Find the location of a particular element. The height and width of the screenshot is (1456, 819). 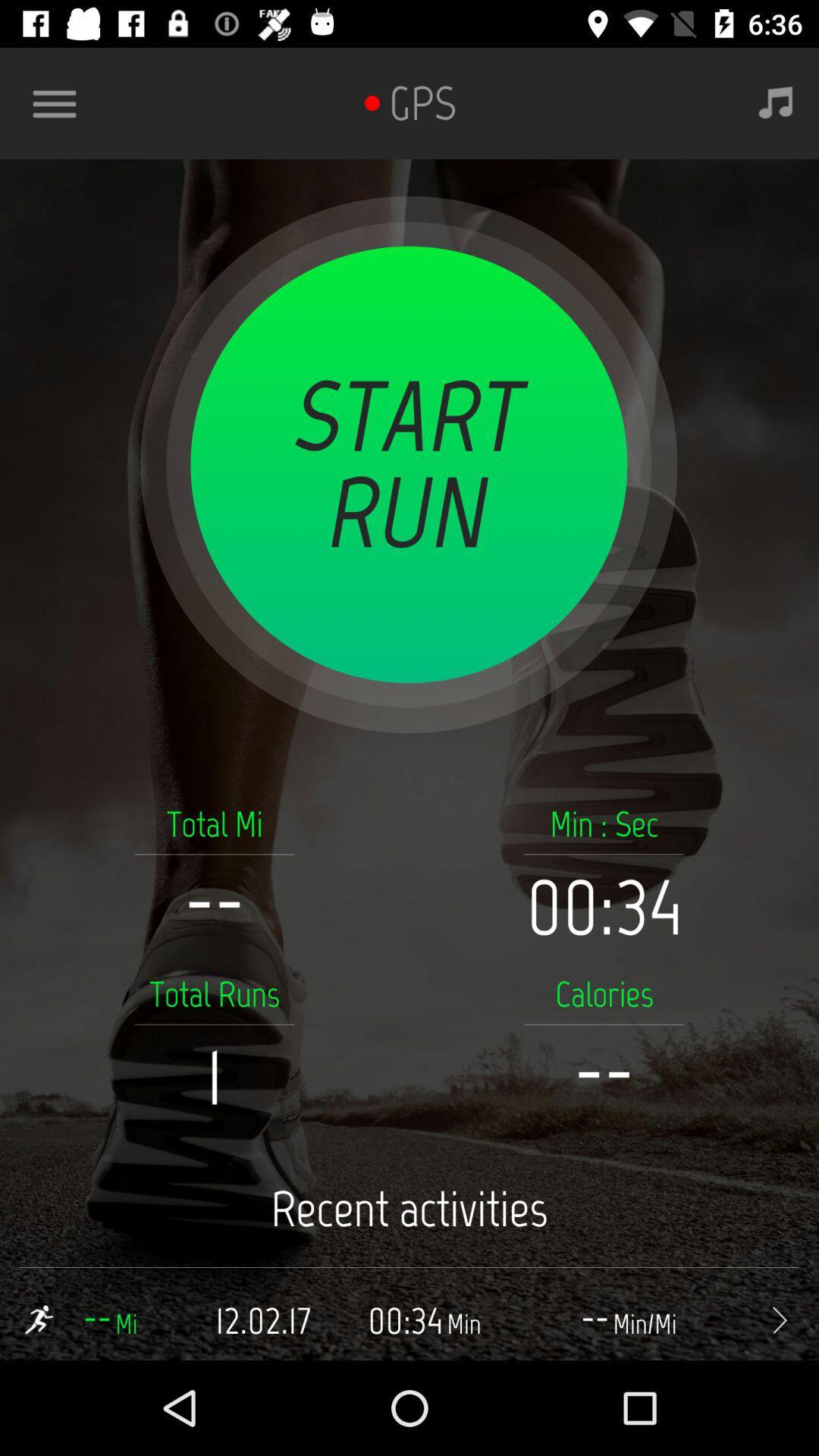

app features is located at coordinates (60, 102).